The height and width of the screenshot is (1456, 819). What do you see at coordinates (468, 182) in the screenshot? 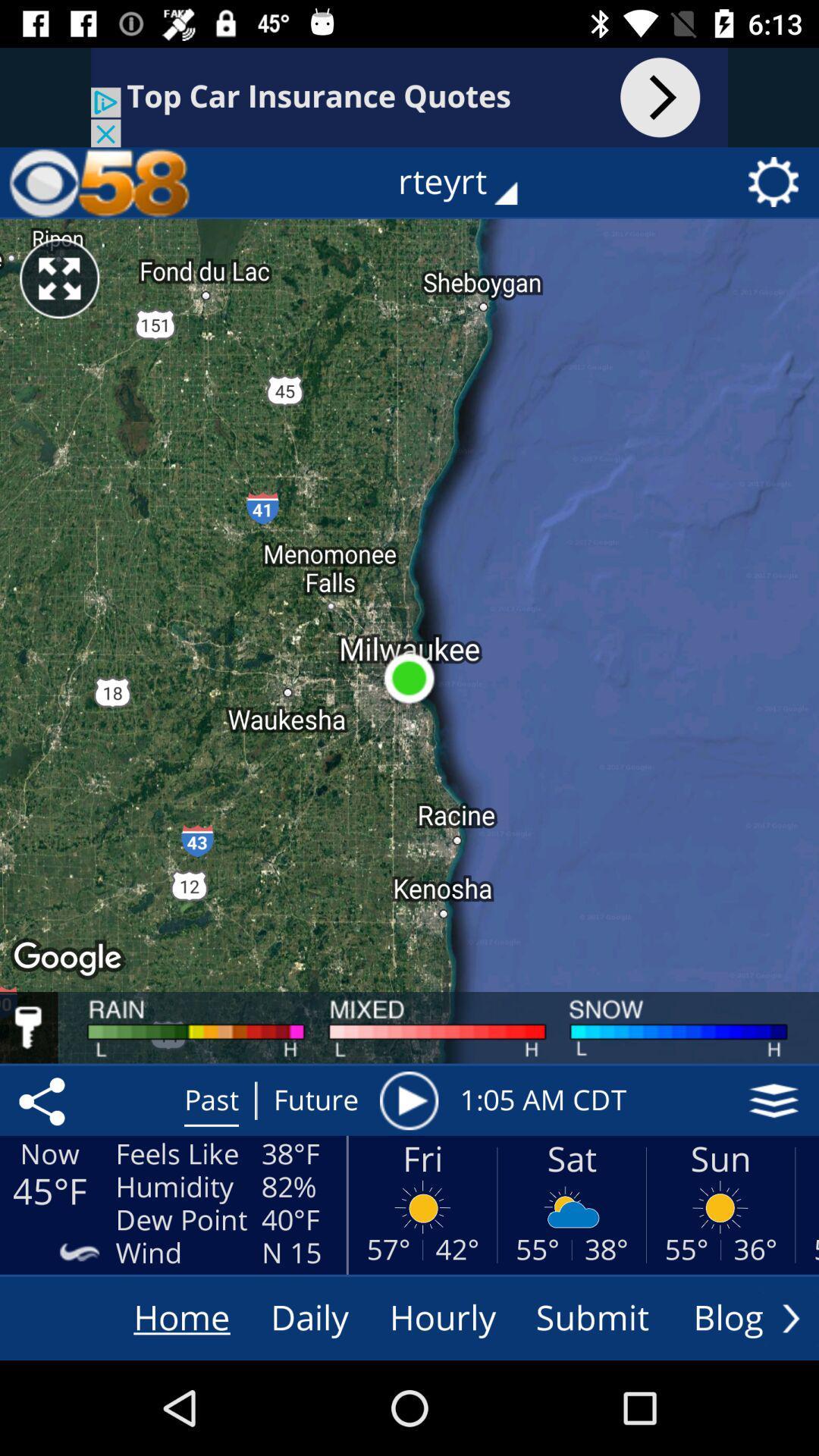
I see `the rteyrt icon` at bounding box center [468, 182].